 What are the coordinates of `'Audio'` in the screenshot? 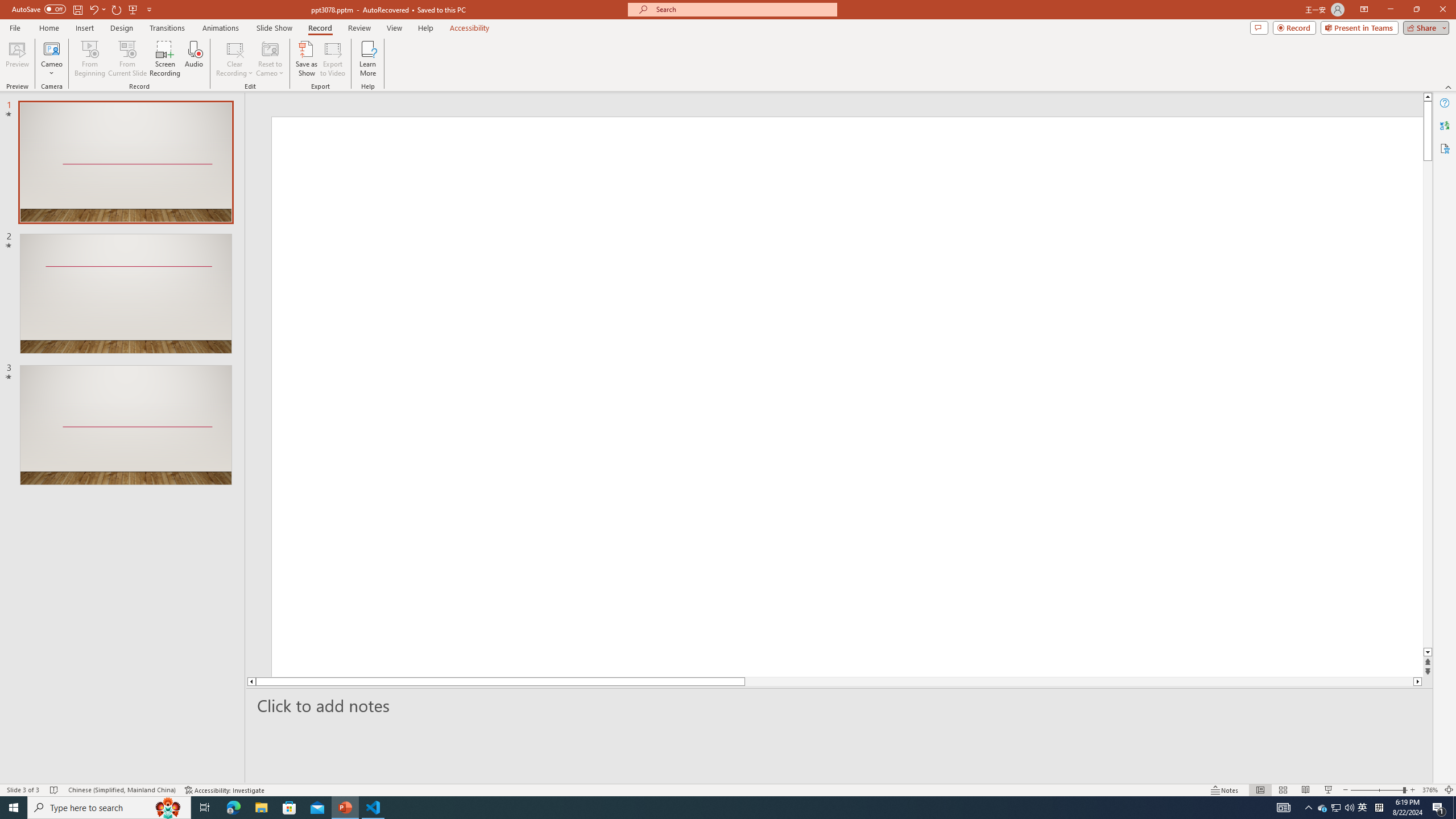 It's located at (193, 59).